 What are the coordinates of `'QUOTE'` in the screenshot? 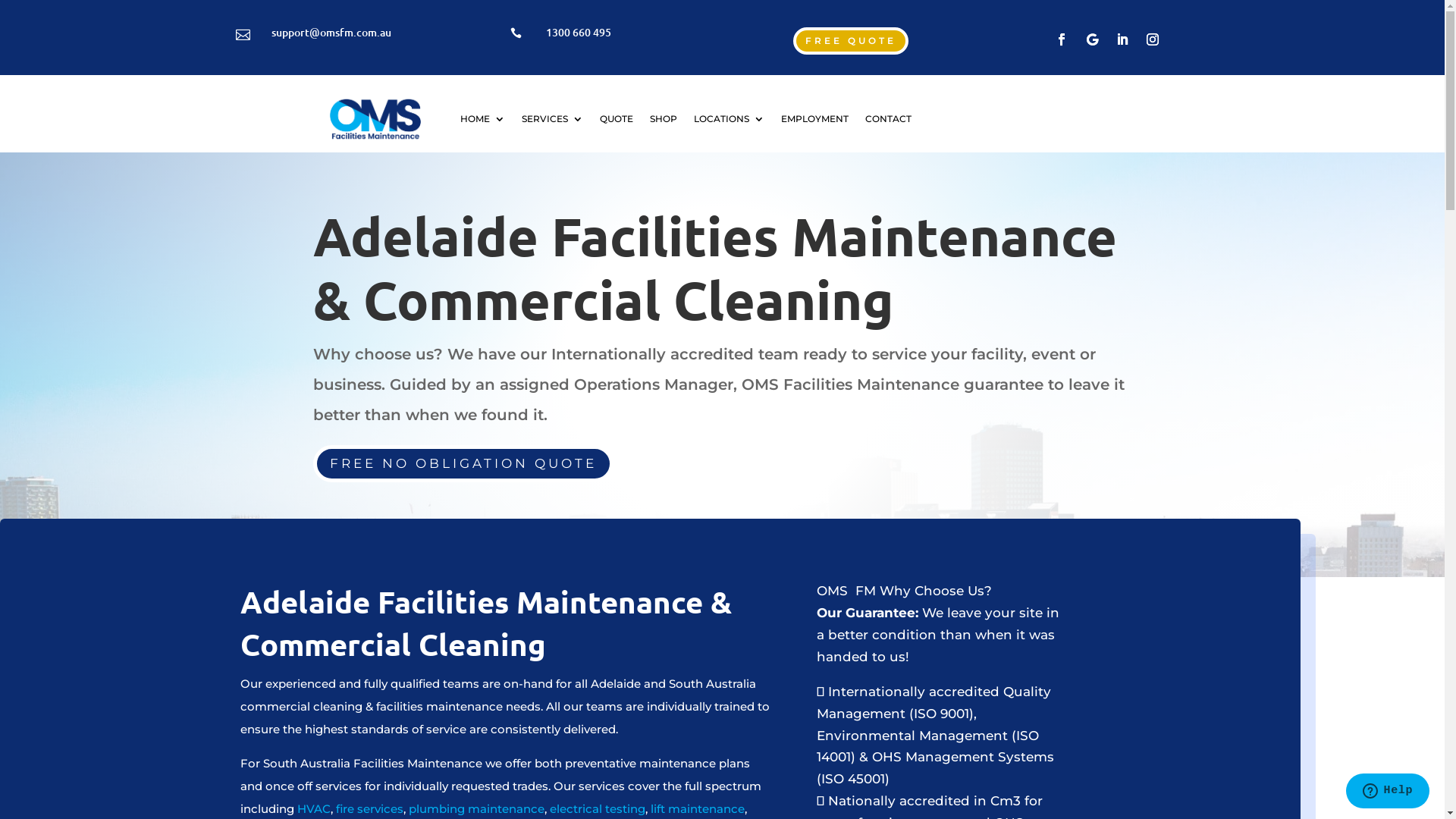 It's located at (616, 118).